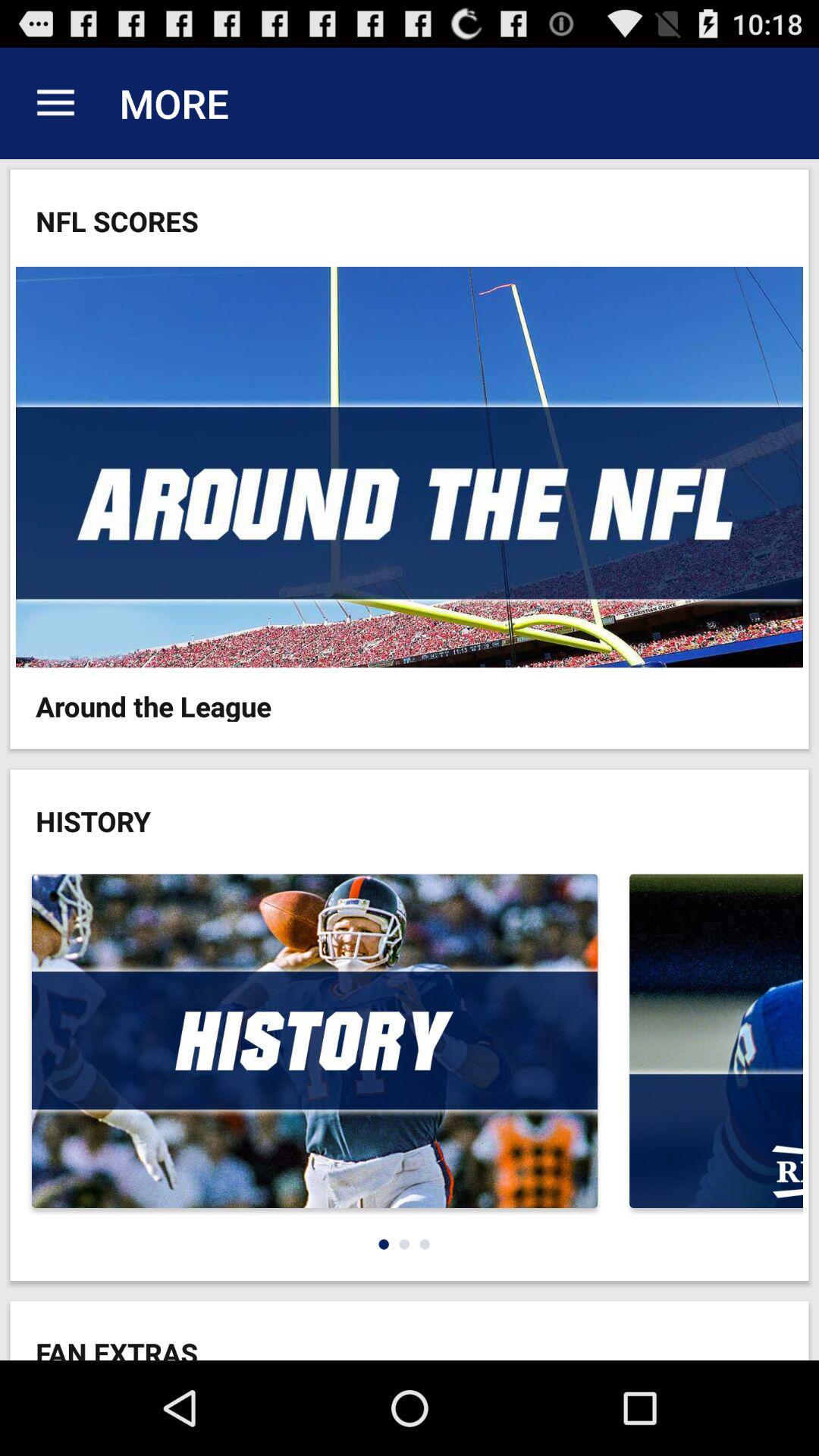  I want to click on the icon to the left of more app, so click(55, 102).